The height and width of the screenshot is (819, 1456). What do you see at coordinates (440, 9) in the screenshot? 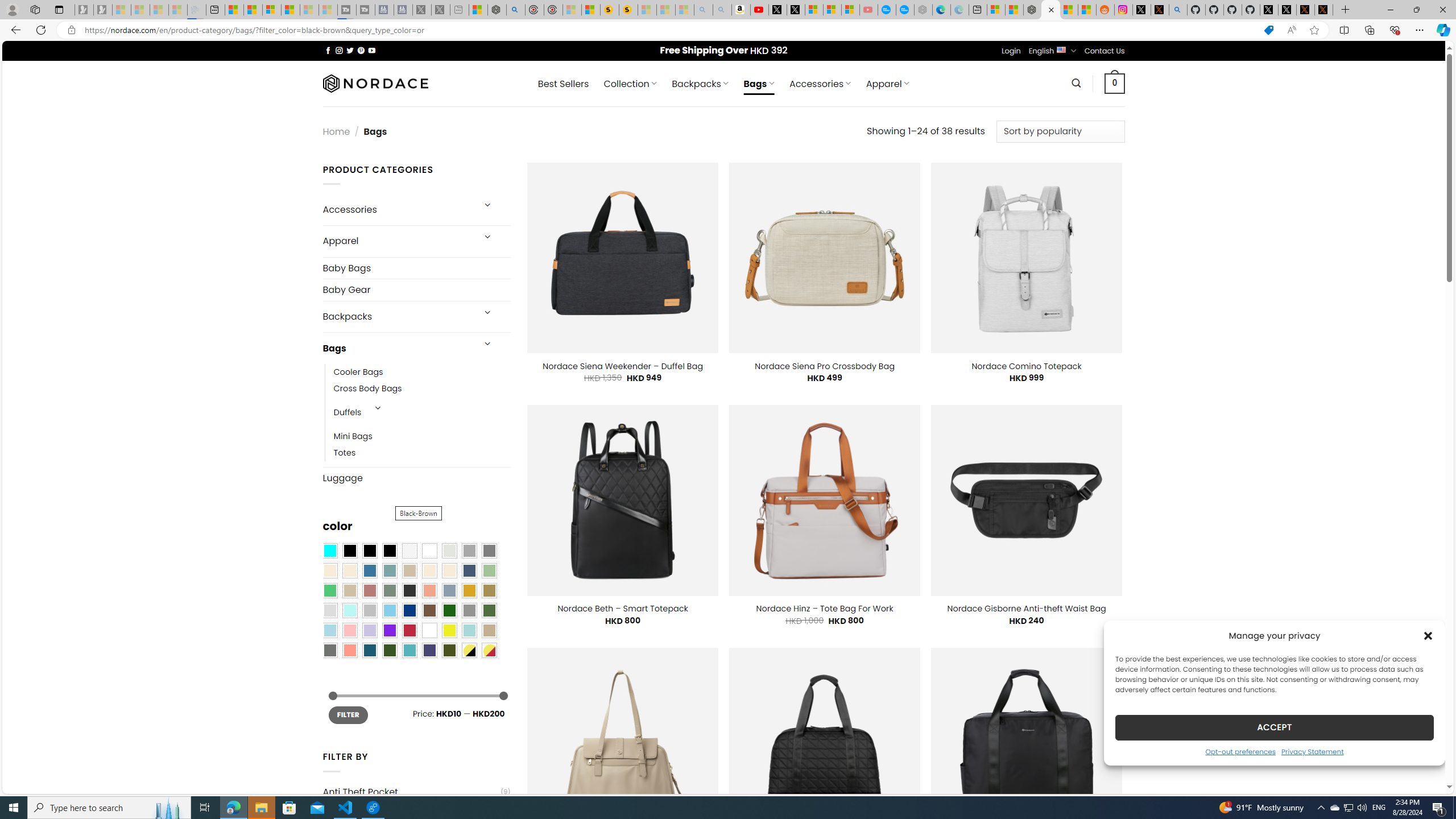
I see `'X - Sleeping'` at bounding box center [440, 9].